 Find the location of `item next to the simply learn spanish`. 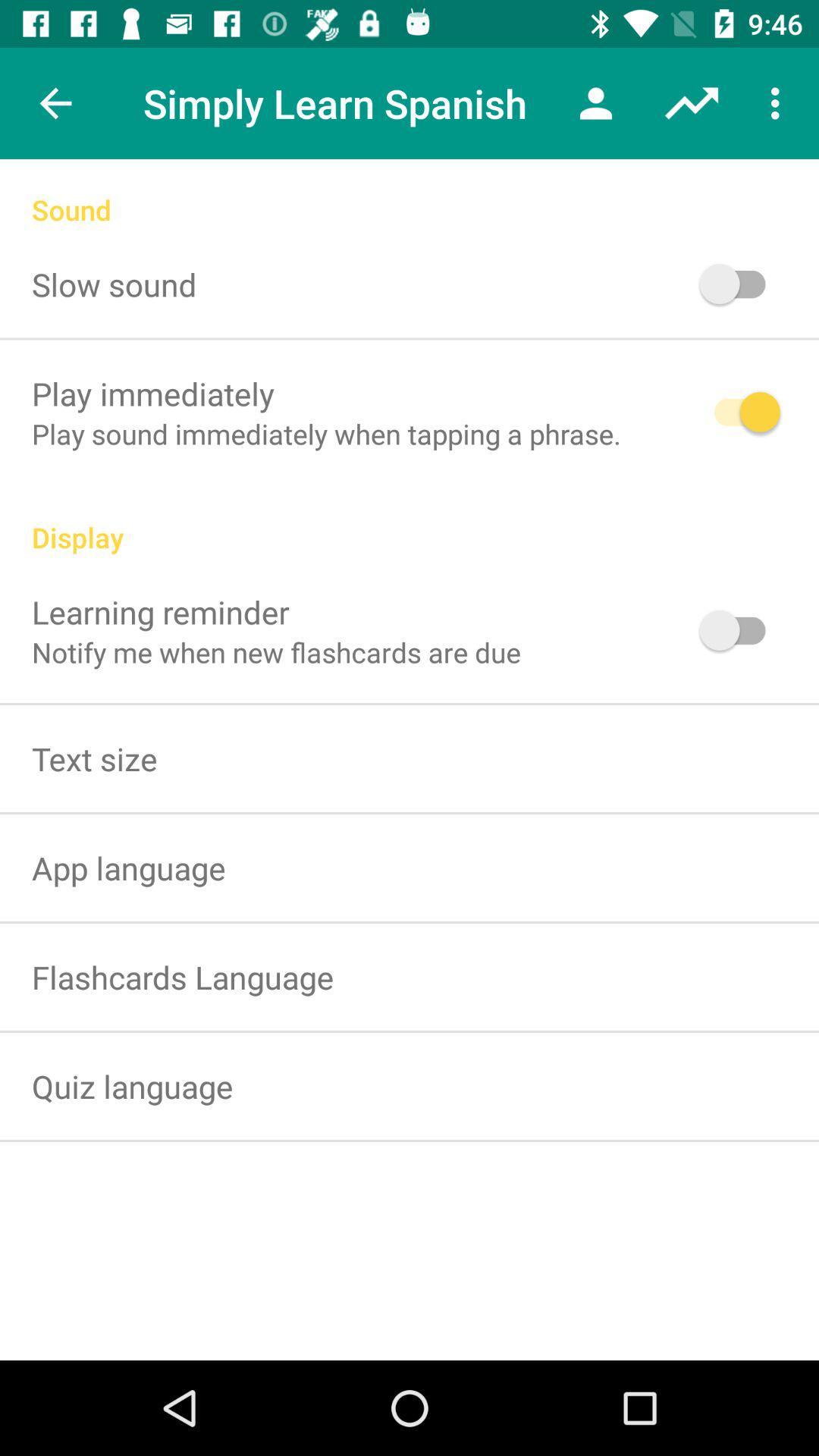

item next to the simply learn spanish is located at coordinates (595, 102).